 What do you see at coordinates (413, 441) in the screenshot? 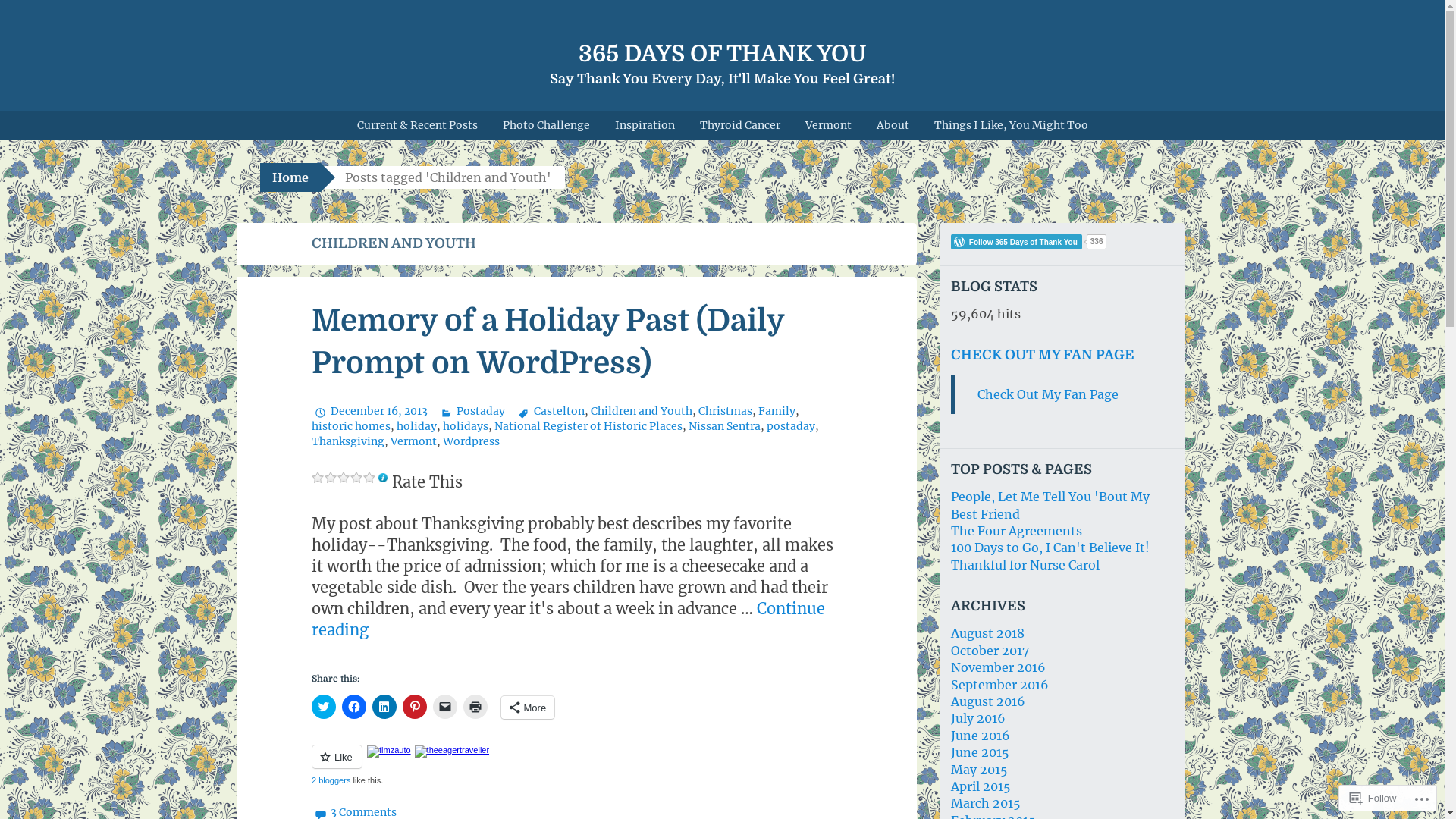
I see `'Vermont'` at bounding box center [413, 441].